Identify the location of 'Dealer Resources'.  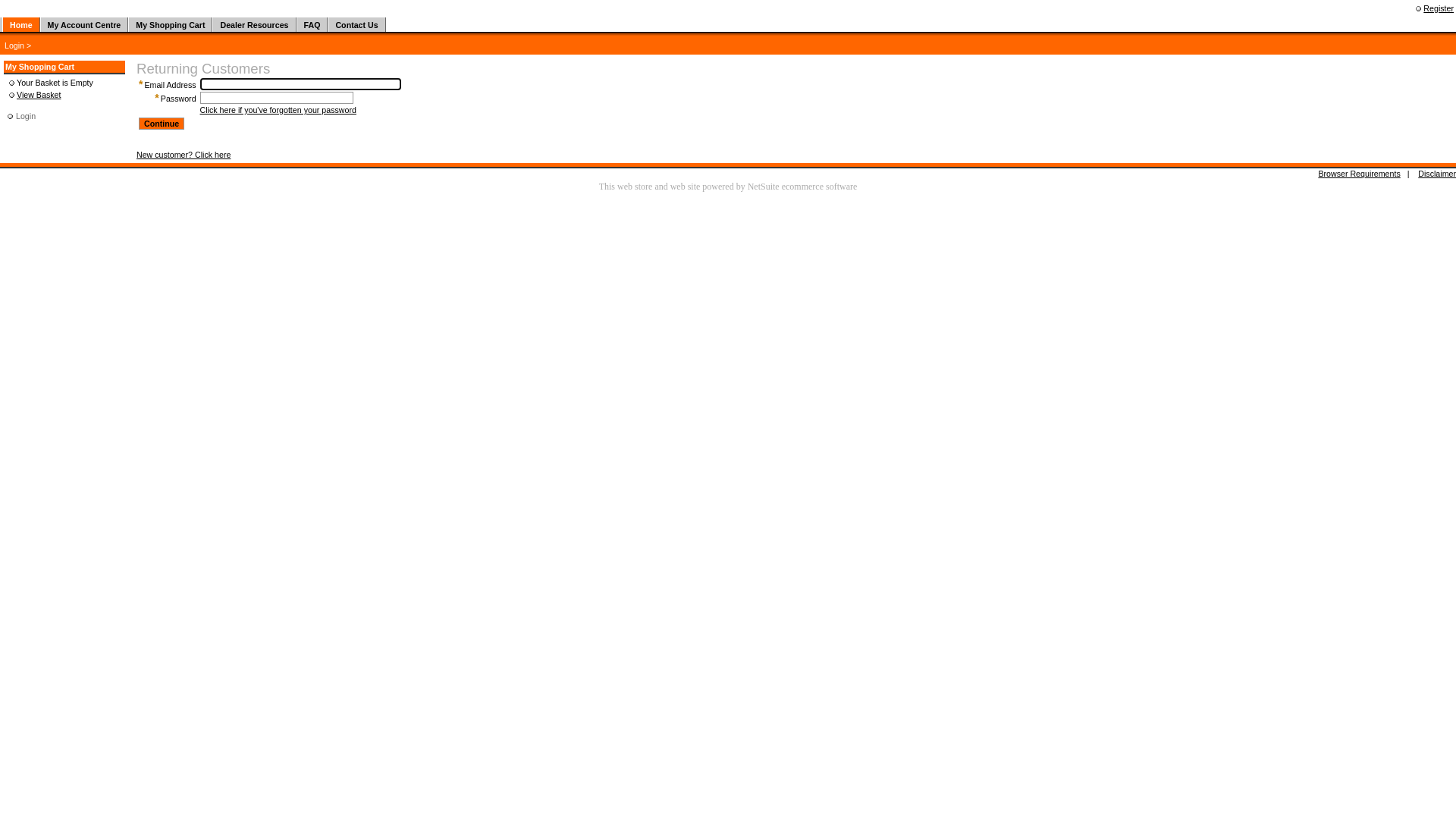
(254, 24).